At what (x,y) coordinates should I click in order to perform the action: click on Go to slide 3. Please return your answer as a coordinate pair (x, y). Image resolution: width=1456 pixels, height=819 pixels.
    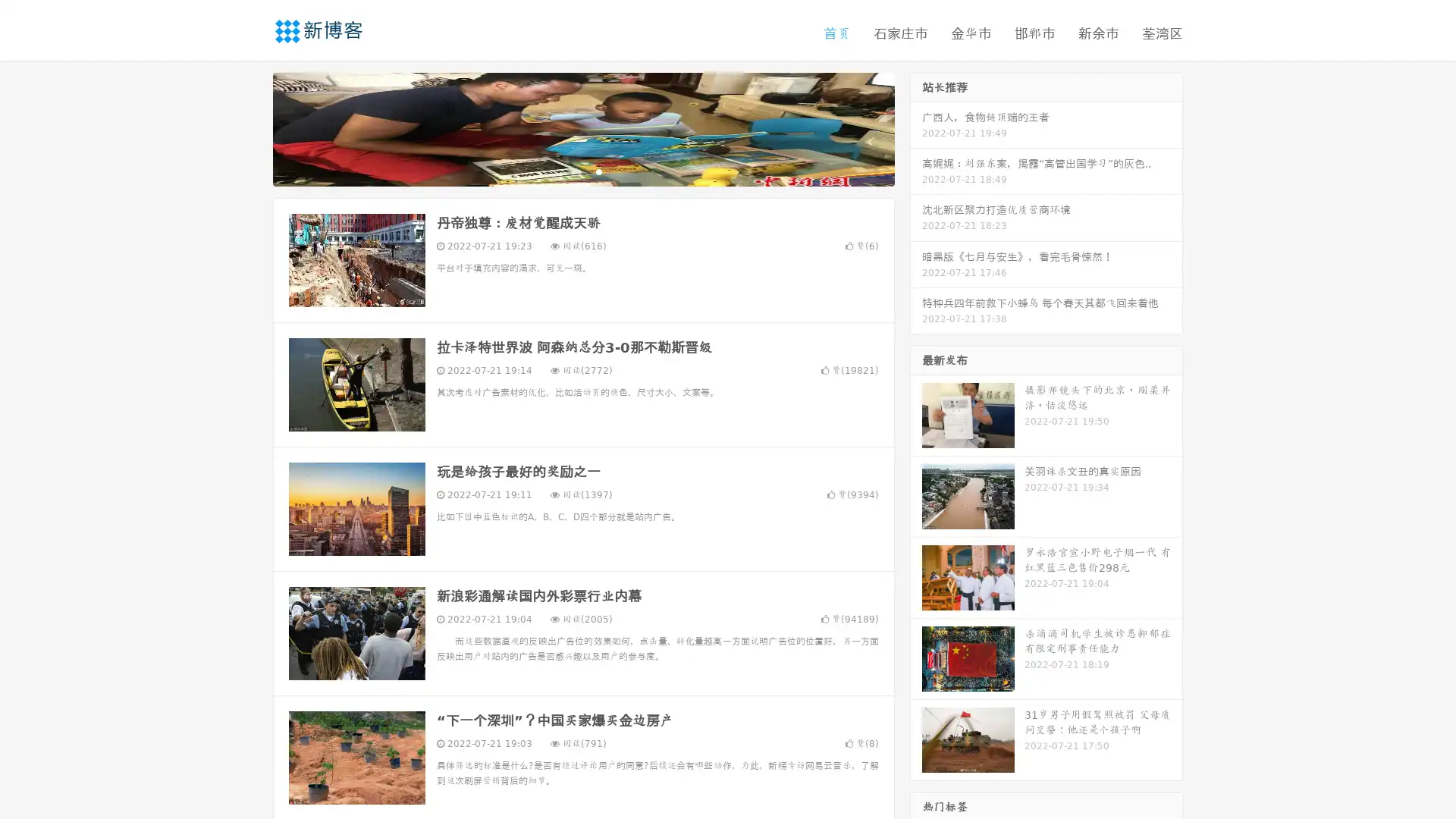
    Looking at the image, I should click on (598, 171).